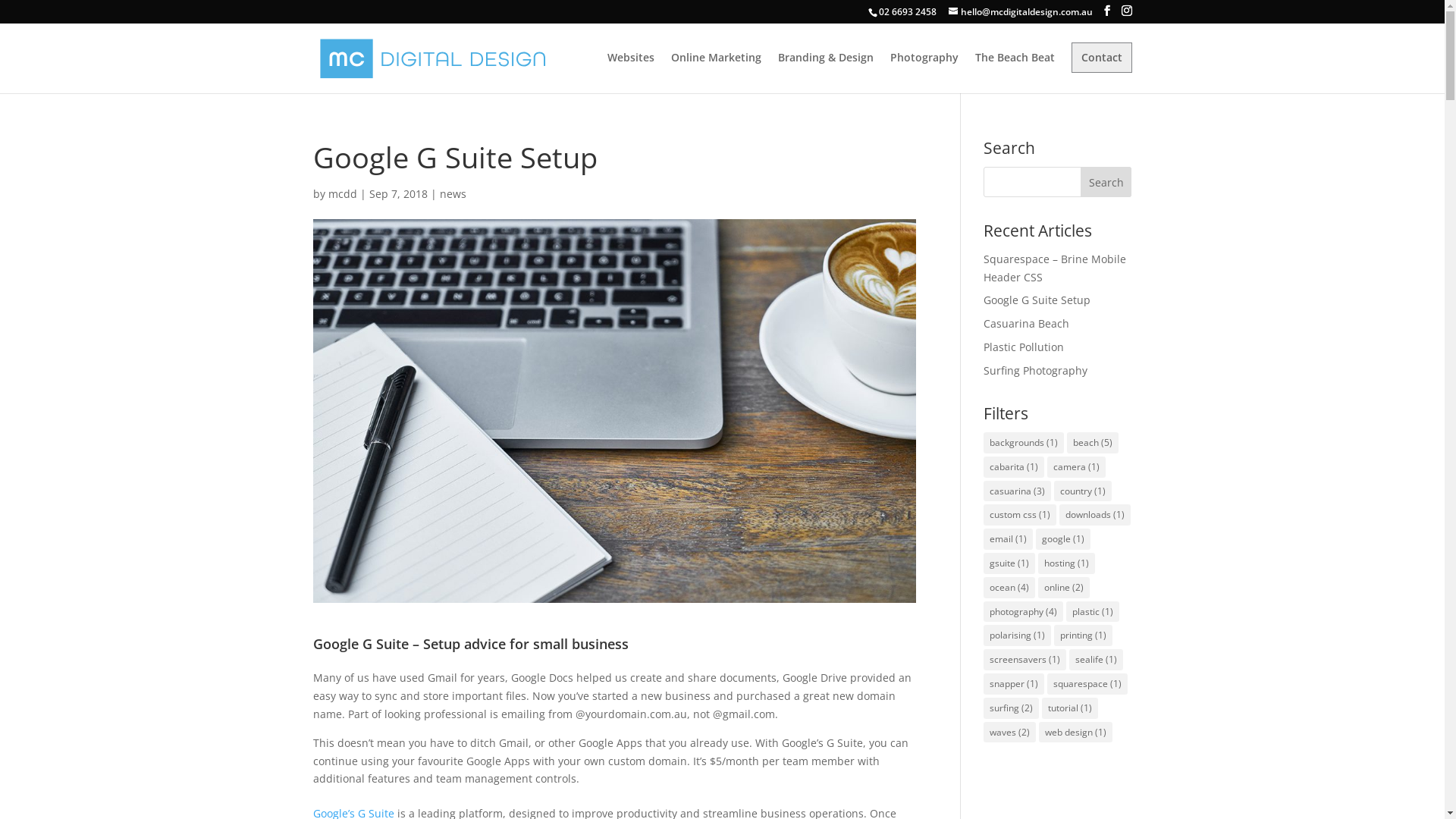 Image resolution: width=1456 pixels, height=819 pixels. What do you see at coordinates (1096, 659) in the screenshot?
I see `'sealife (1)'` at bounding box center [1096, 659].